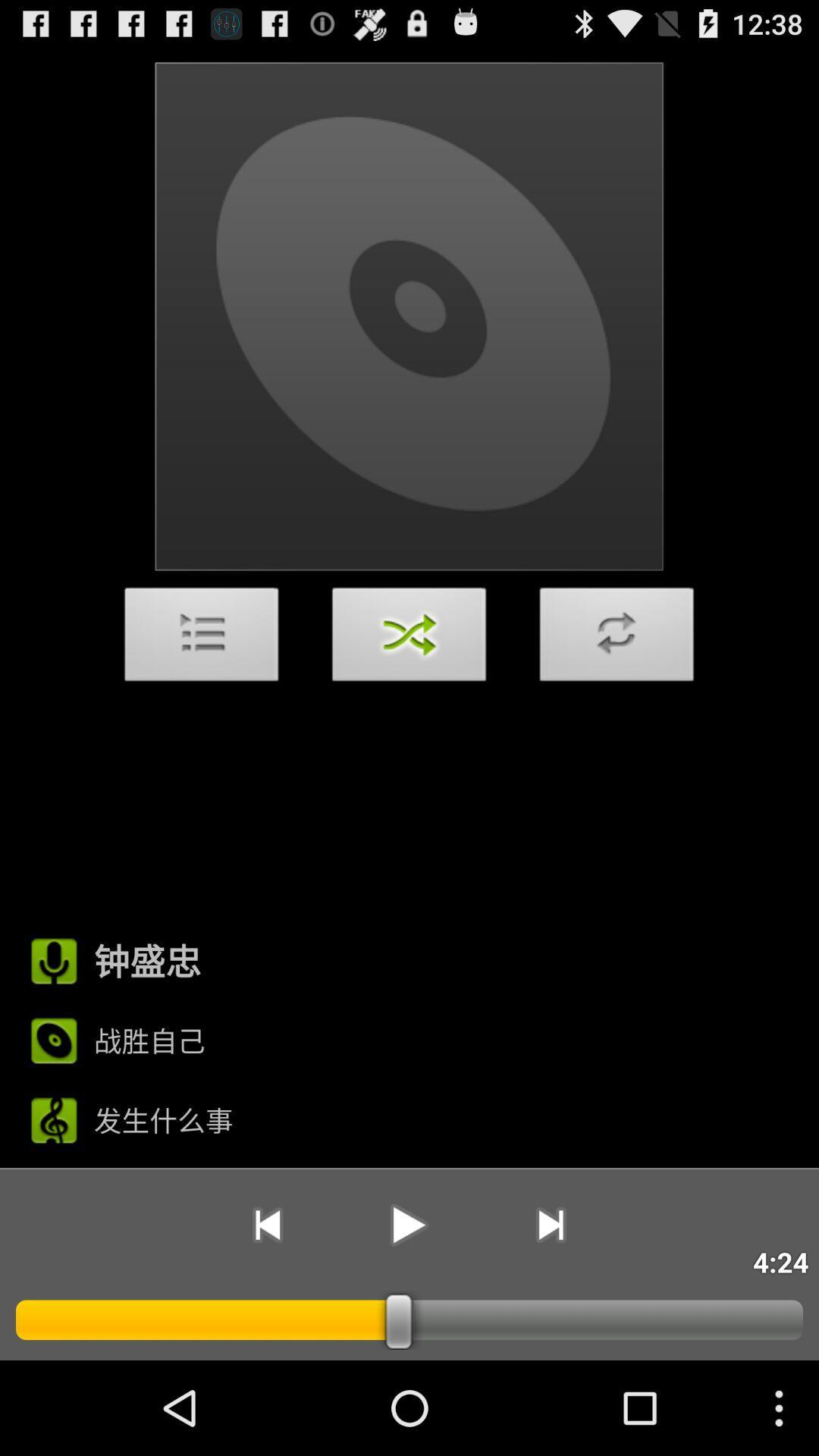  What do you see at coordinates (551, 1225) in the screenshot?
I see `app to the left of 4:24 icon` at bounding box center [551, 1225].